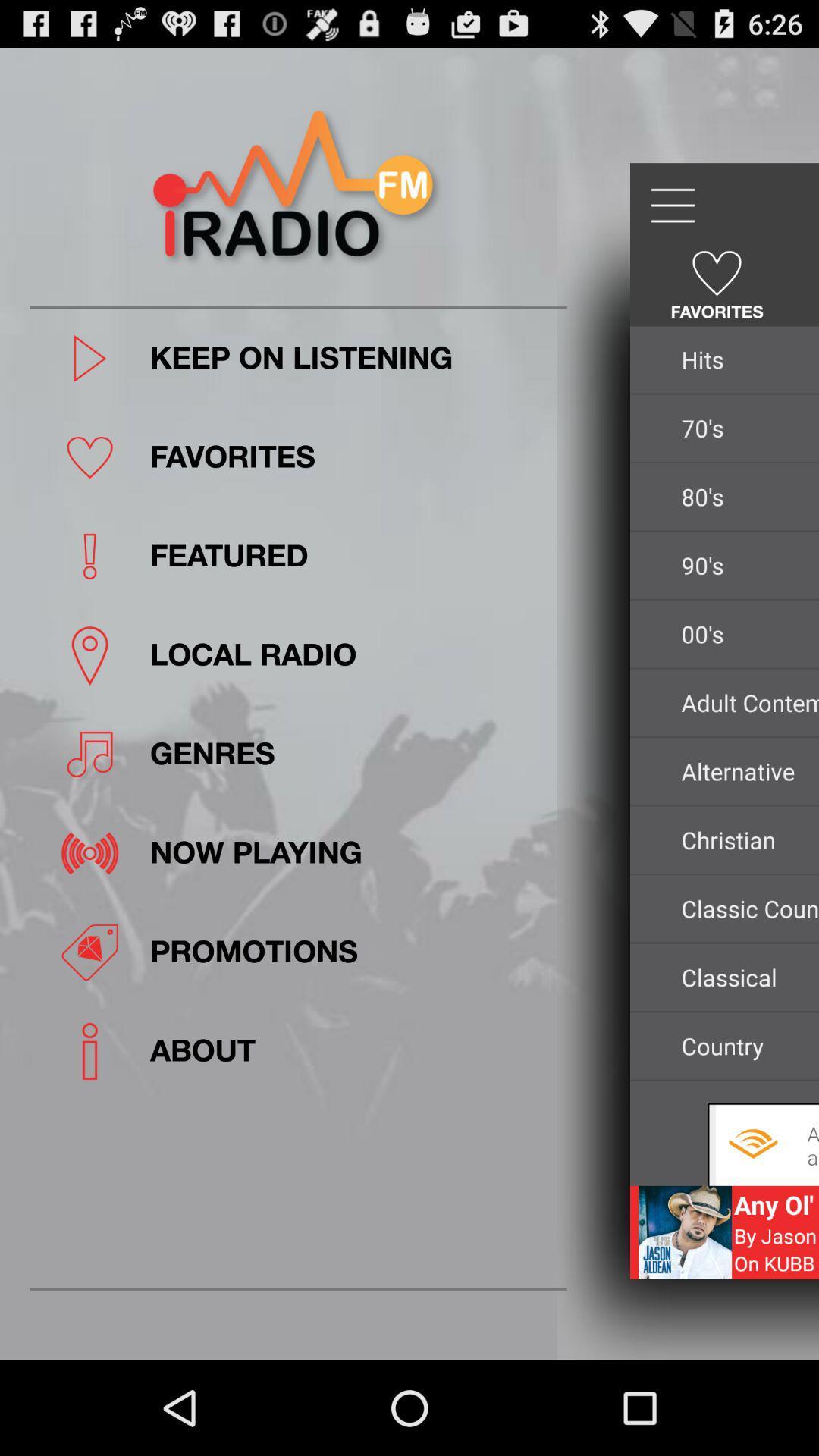 The height and width of the screenshot is (1456, 819). I want to click on icon next to local radio, so click(745, 701).